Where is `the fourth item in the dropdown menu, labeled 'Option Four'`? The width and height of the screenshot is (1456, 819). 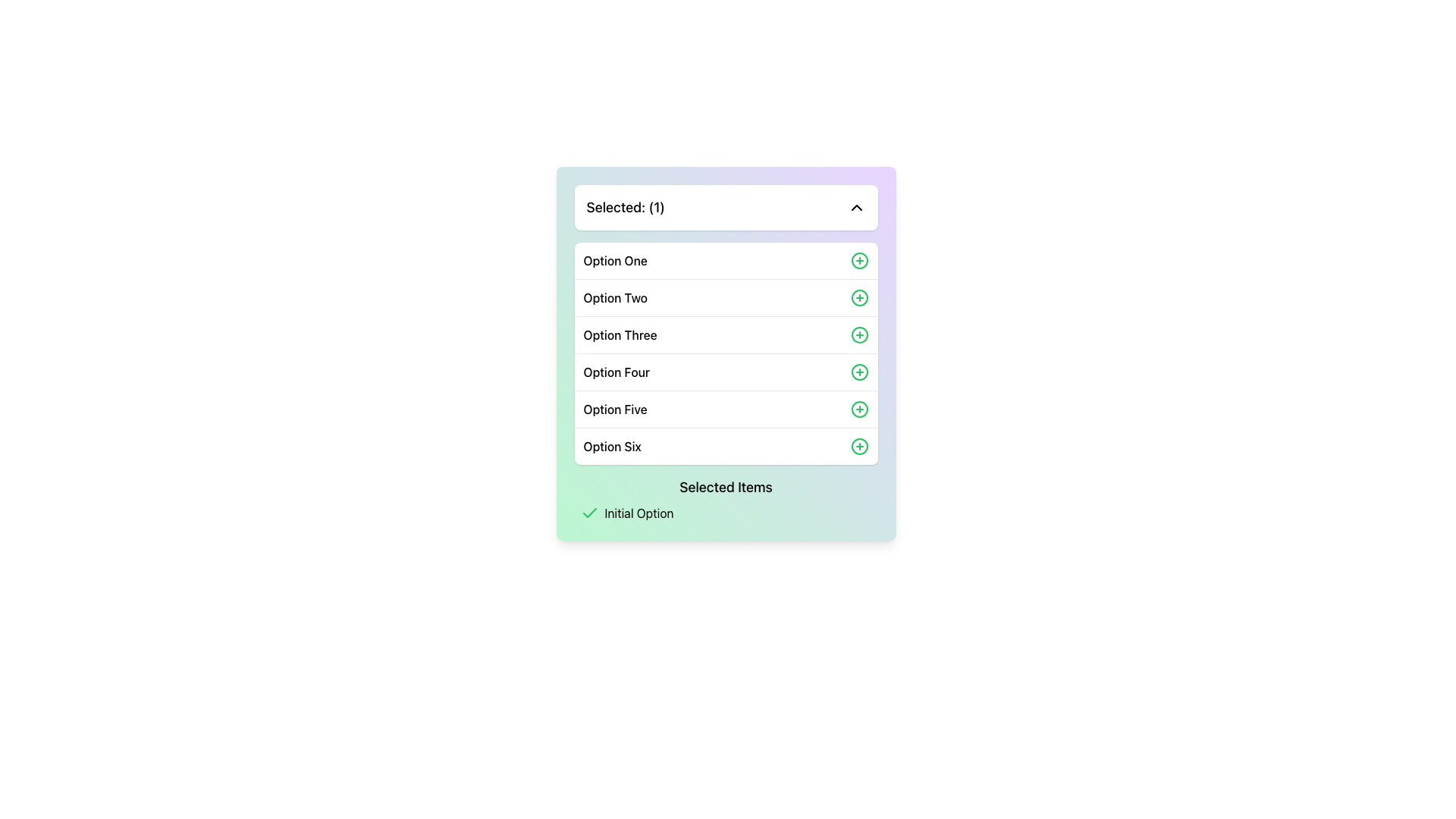 the fourth item in the dropdown menu, labeled 'Option Four' is located at coordinates (725, 372).